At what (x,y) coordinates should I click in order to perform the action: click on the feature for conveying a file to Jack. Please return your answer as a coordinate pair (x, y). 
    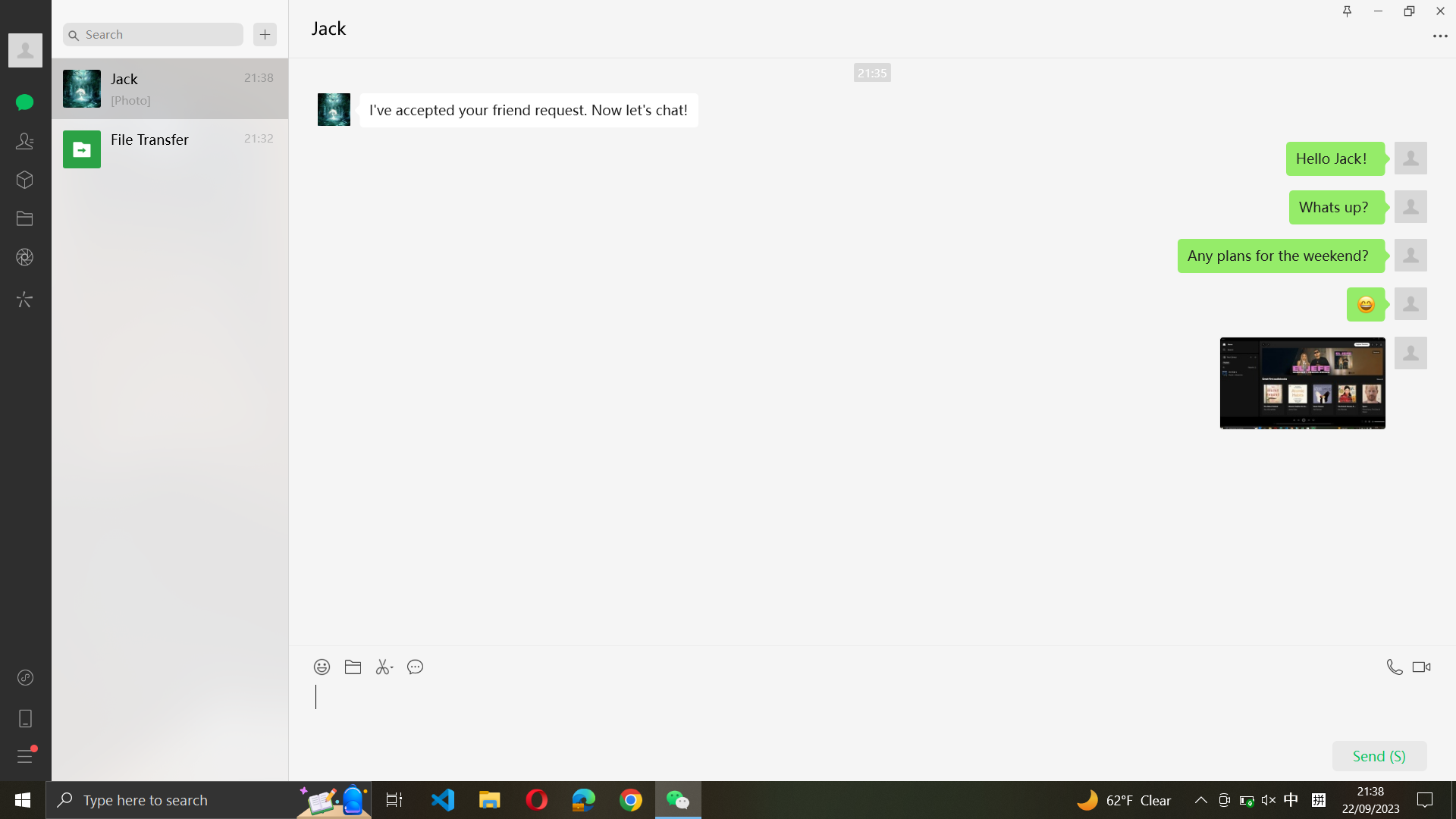
    Looking at the image, I should click on (353, 663).